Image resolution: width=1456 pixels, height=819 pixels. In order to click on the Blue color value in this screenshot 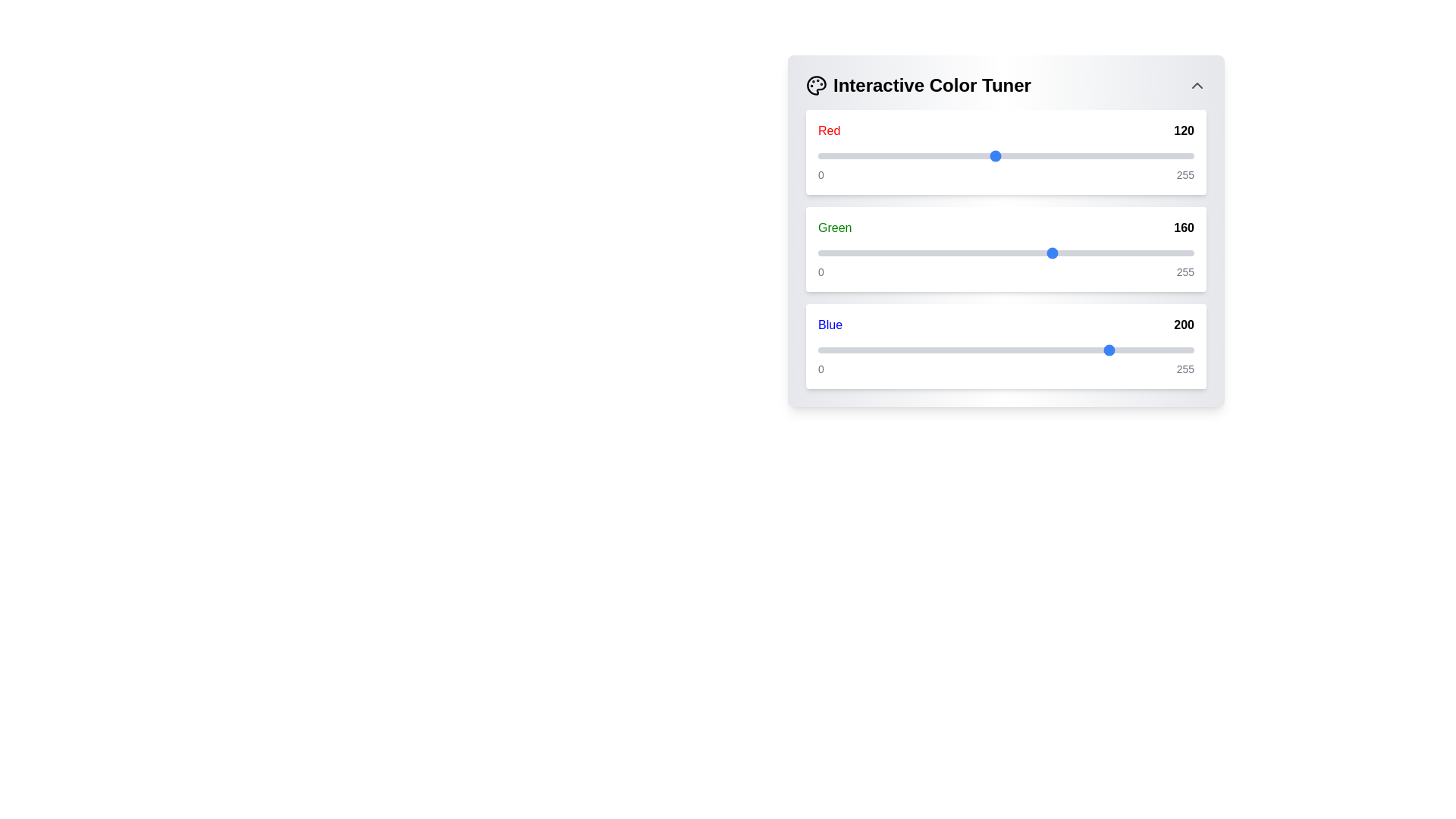, I will do `click(1159, 350)`.